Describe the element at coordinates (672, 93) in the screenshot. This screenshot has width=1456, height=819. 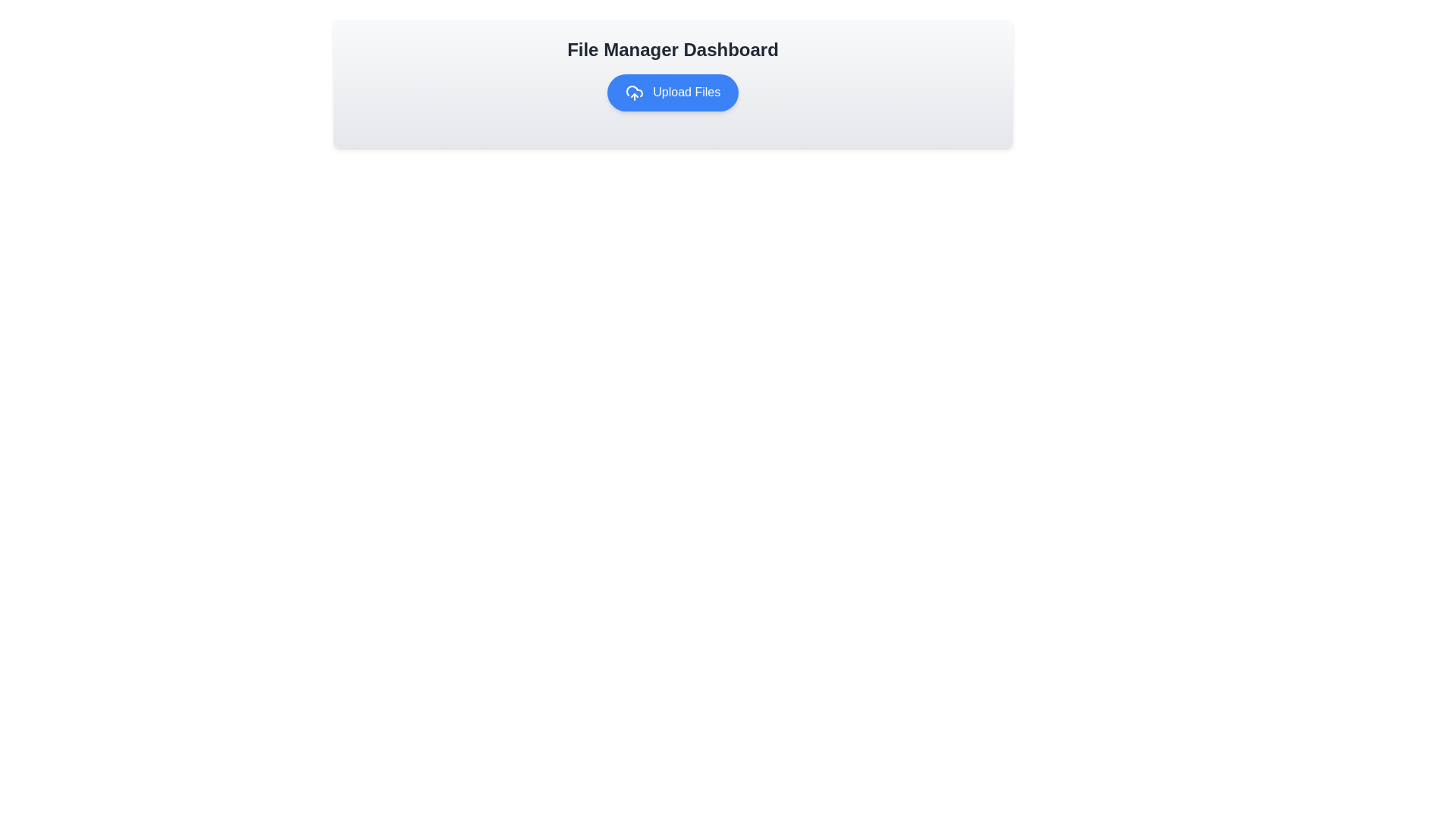
I see `the interactive file upload button located below the 'File Manager Dashboard' heading to change its visual state` at that location.